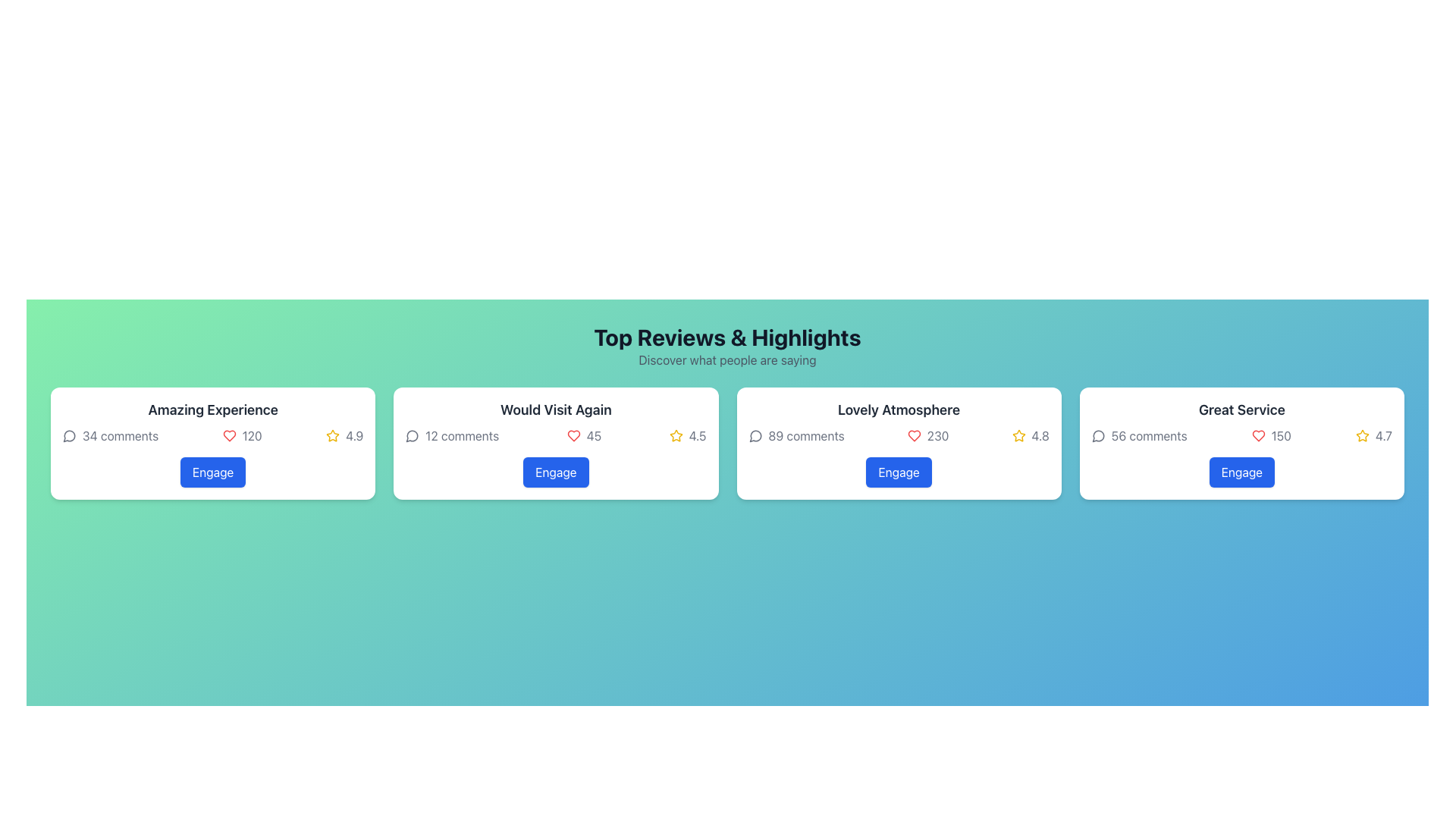  I want to click on the visual representation of likes by interacting with the Like counter displaying '45' likes, which is located in the second card beneath the 'Would Visit Again' heading, so click(583, 435).